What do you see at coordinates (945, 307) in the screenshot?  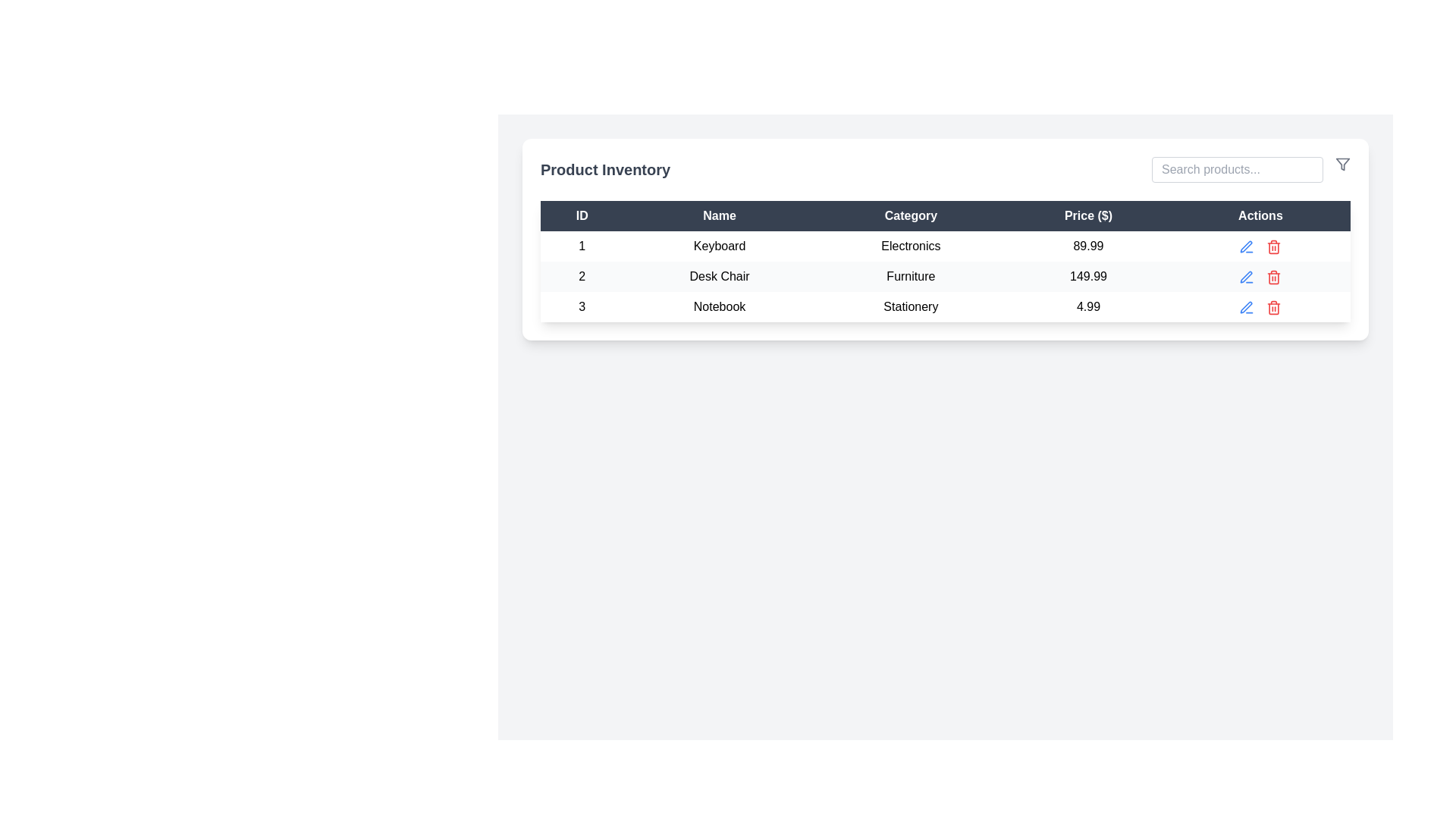 I see `the third row in the 'Product Inventory' table which displays ID '3', name 'Notebook', category 'Stationery', and price '4.99'` at bounding box center [945, 307].